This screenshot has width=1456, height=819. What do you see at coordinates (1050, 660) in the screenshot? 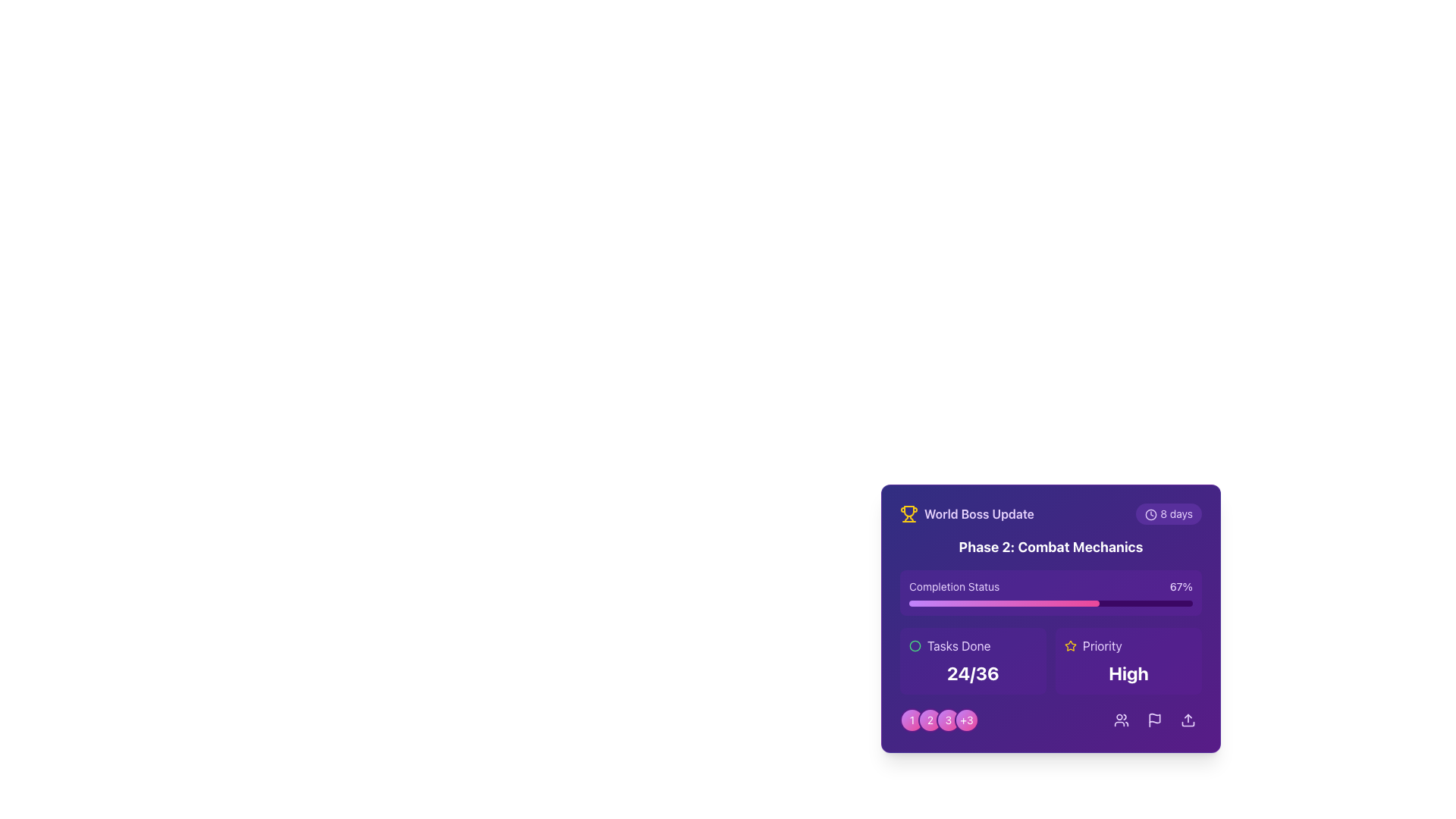
I see `the static information display in the grid layout that shows task progress and priority levels, located in the middle-right area of the card, below the completion status bar and above circular avatar icons` at bounding box center [1050, 660].